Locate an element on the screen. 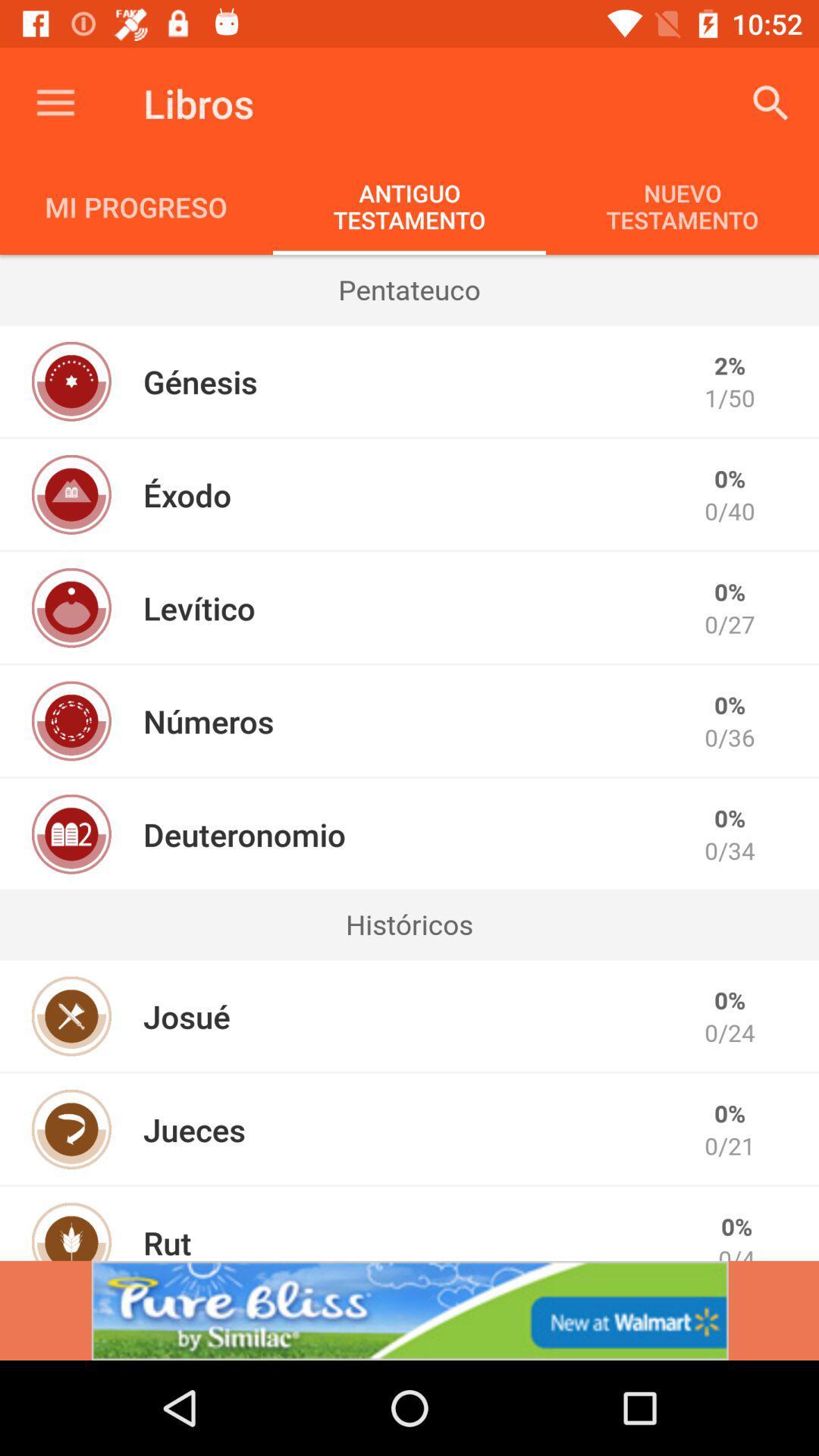  icon to the left of the 0/27 is located at coordinates (198, 607).